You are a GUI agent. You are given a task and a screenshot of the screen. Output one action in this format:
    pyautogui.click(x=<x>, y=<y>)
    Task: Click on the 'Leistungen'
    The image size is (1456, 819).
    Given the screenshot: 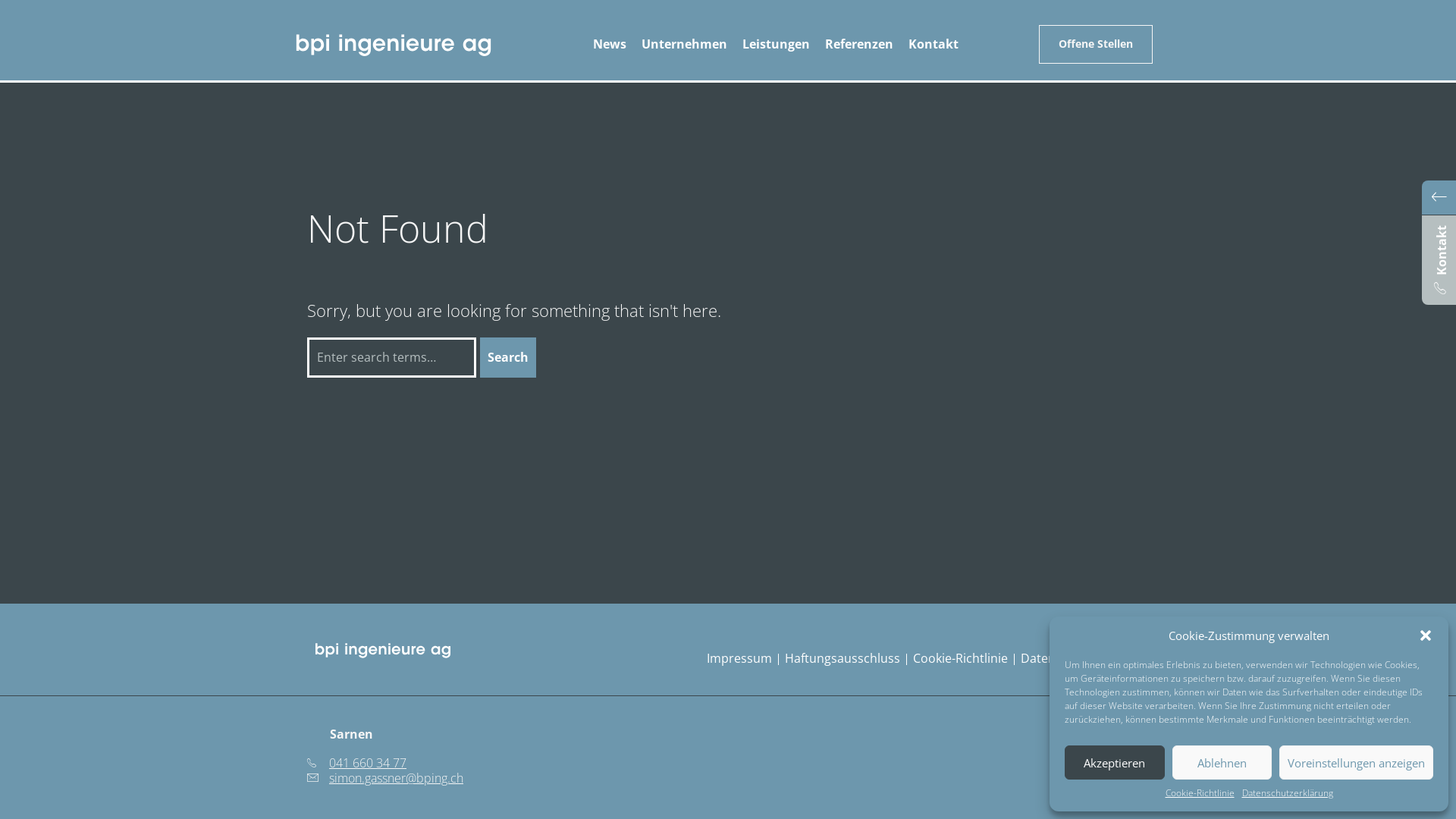 What is the action you would take?
    pyautogui.click(x=775, y=43)
    